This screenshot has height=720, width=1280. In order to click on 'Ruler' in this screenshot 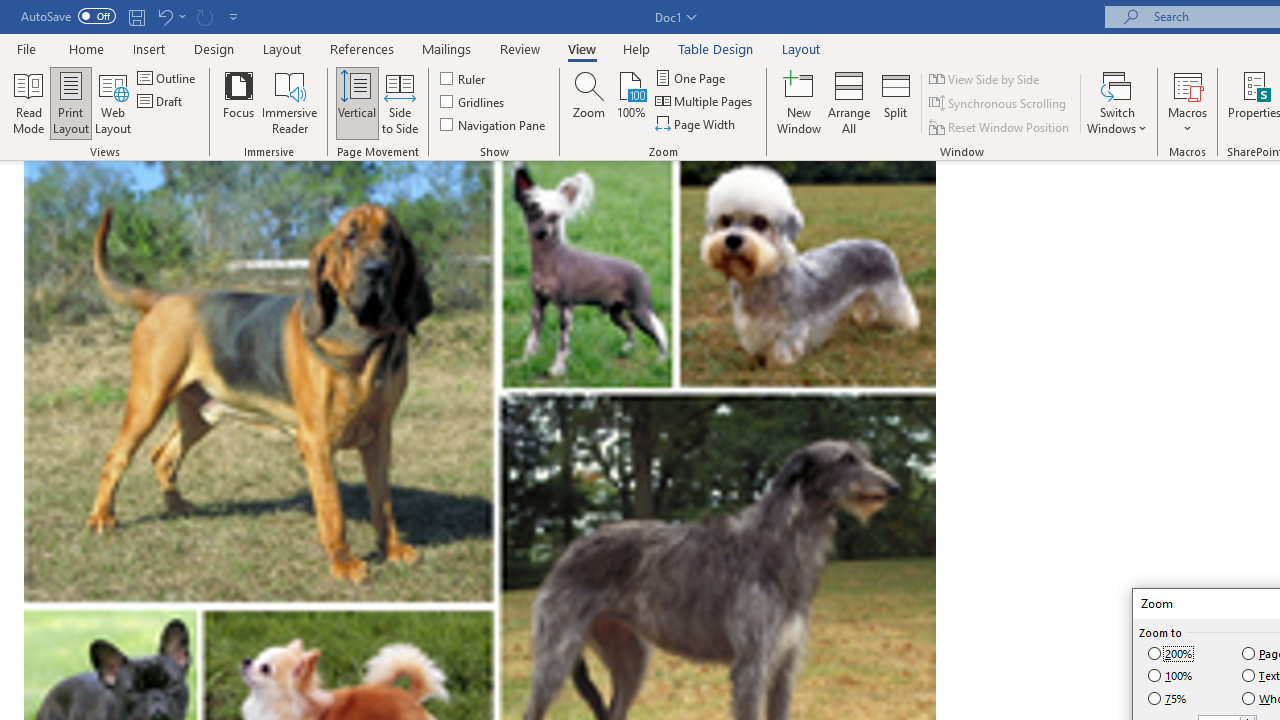, I will do `click(463, 77)`.